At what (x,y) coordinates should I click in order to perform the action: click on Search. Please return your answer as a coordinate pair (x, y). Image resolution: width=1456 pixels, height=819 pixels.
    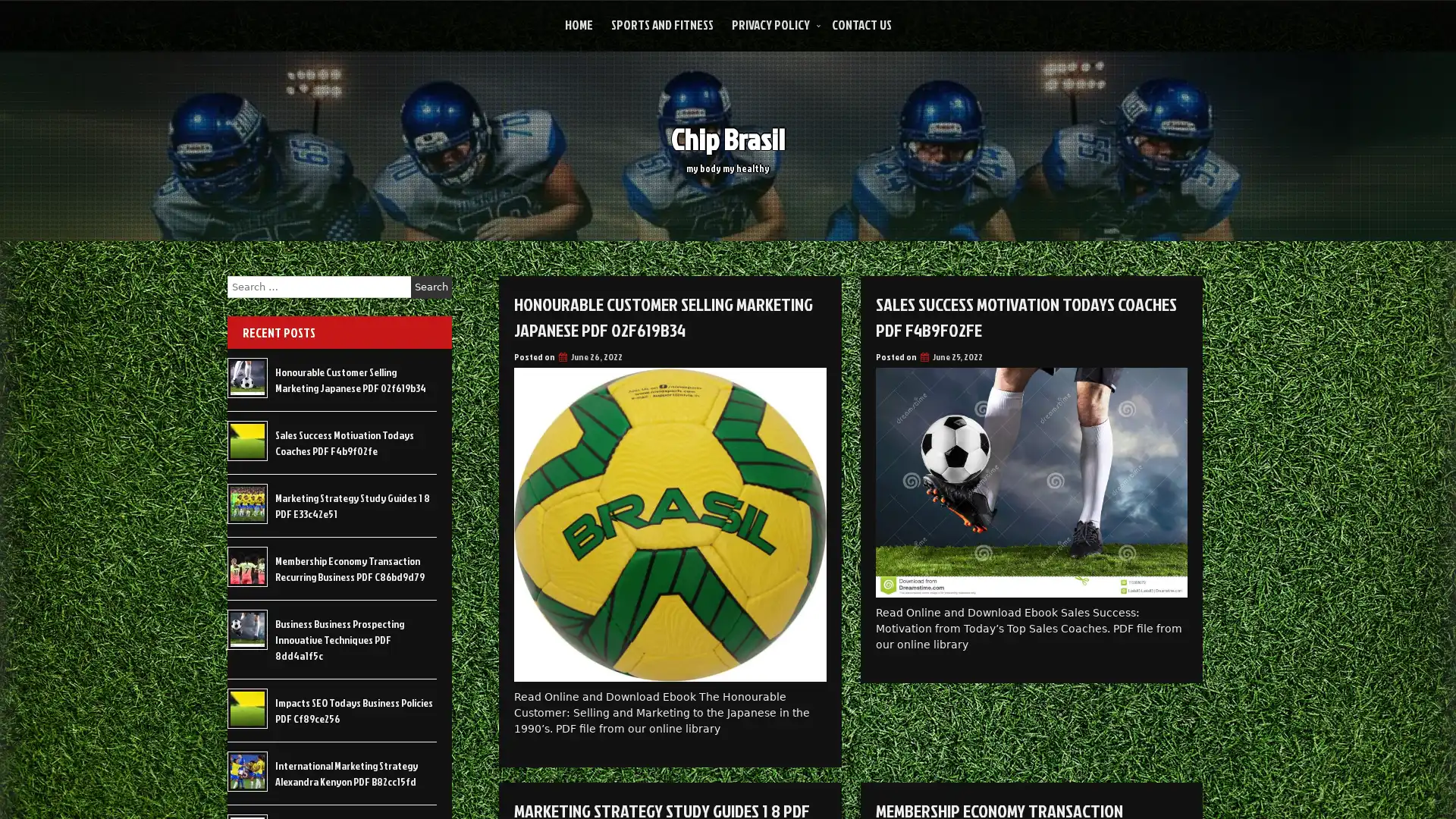
    Looking at the image, I should click on (431, 287).